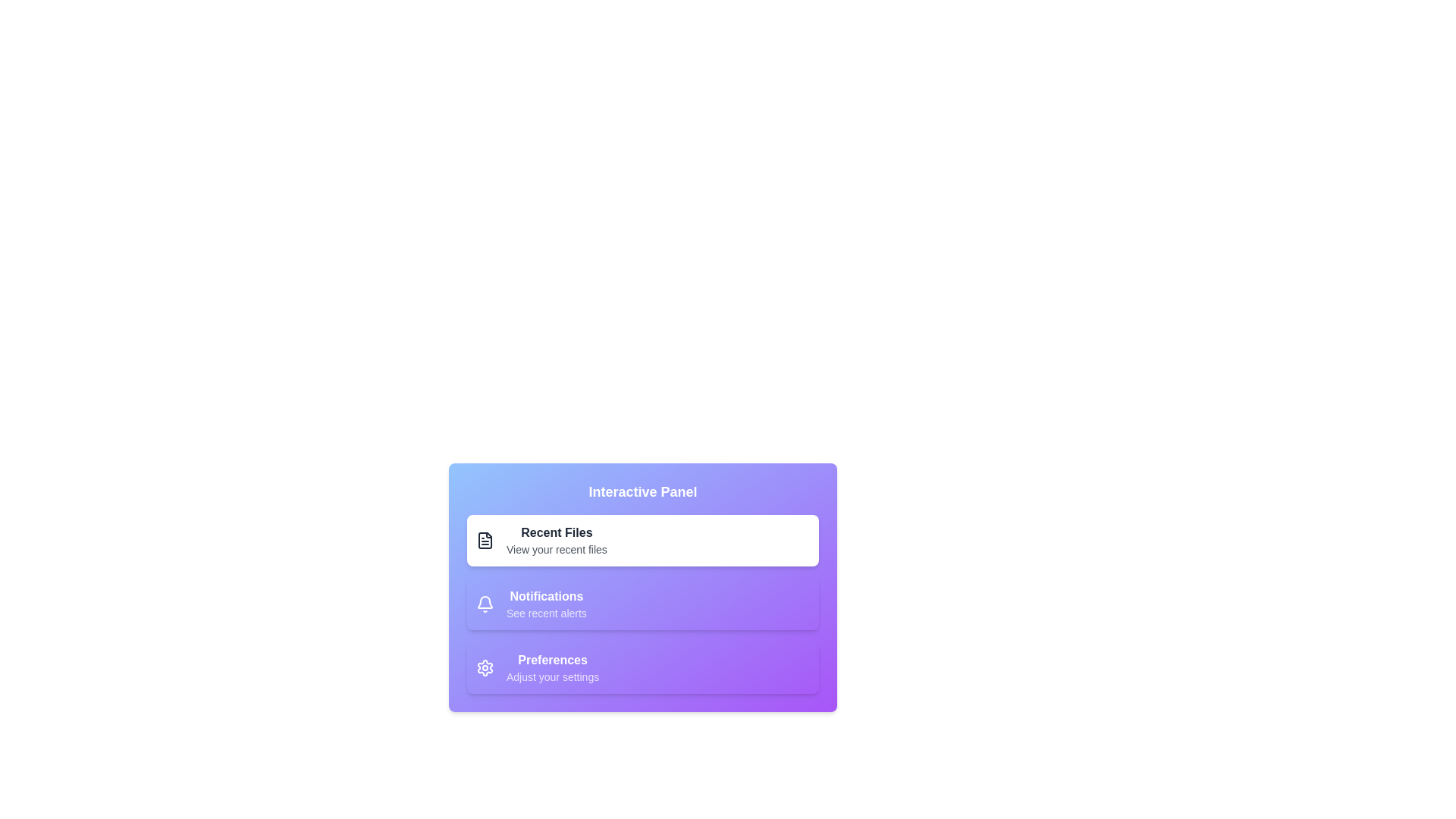 This screenshot has height=819, width=1456. Describe the element at coordinates (643, 540) in the screenshot. I see `the section Recent Files by clicking on its area` at that location.